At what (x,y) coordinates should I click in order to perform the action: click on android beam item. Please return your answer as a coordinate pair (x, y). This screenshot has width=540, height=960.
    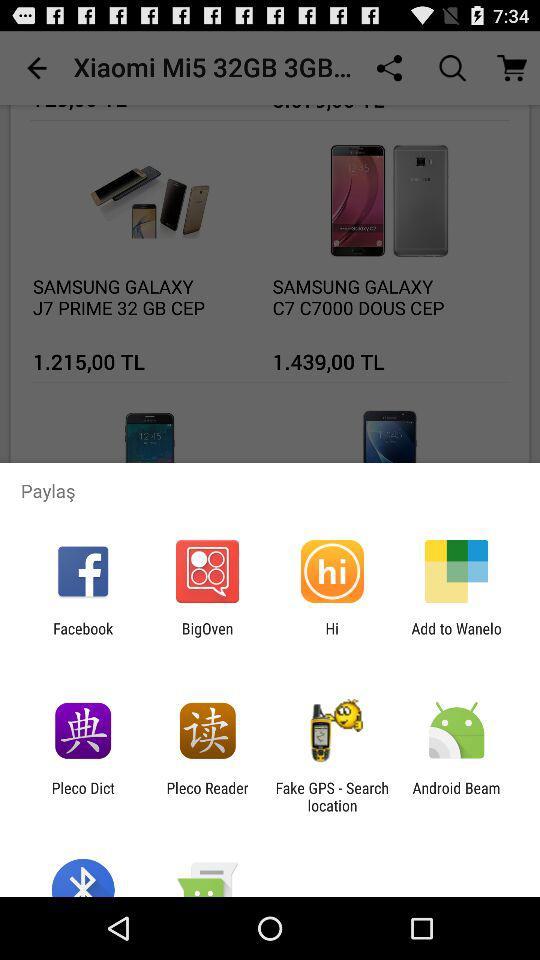
    Looking at the image, I should click on (456, 796).